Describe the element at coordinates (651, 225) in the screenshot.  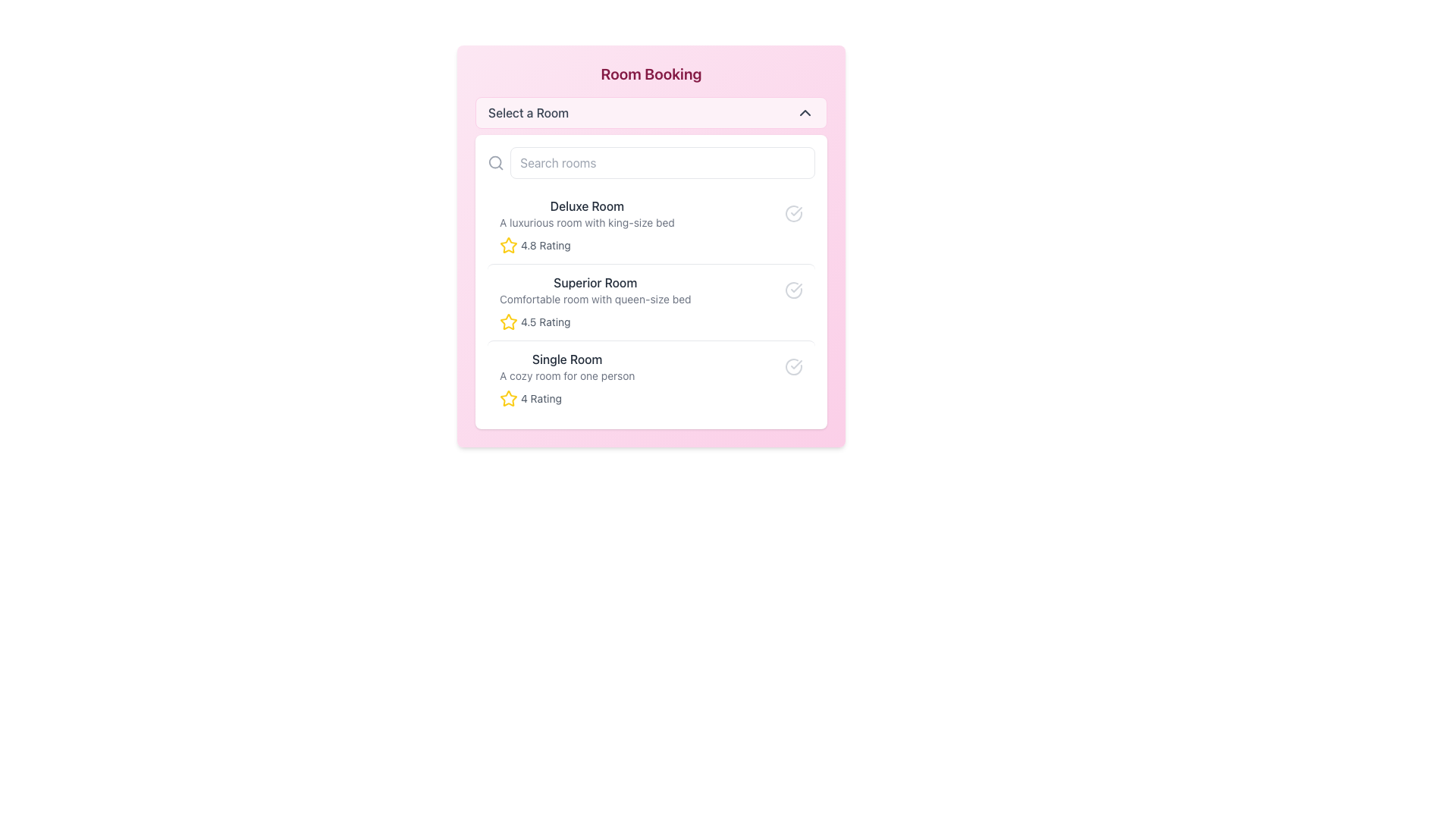
I see `the first card in the 'Room Booking' section` at that location.